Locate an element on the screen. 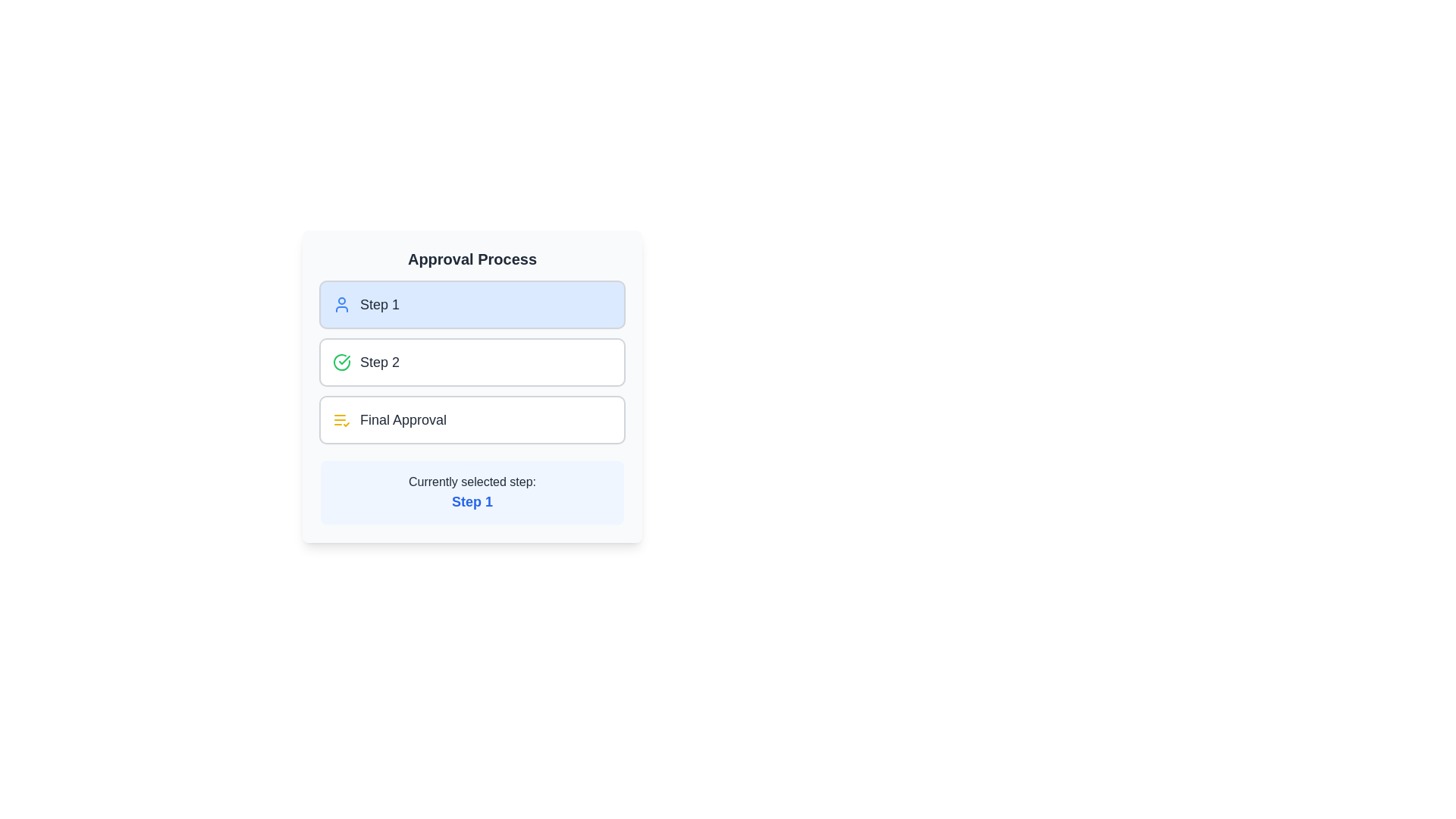  the step Step 2 by clicking on its corresponding section is located at coordinates (472, 362).